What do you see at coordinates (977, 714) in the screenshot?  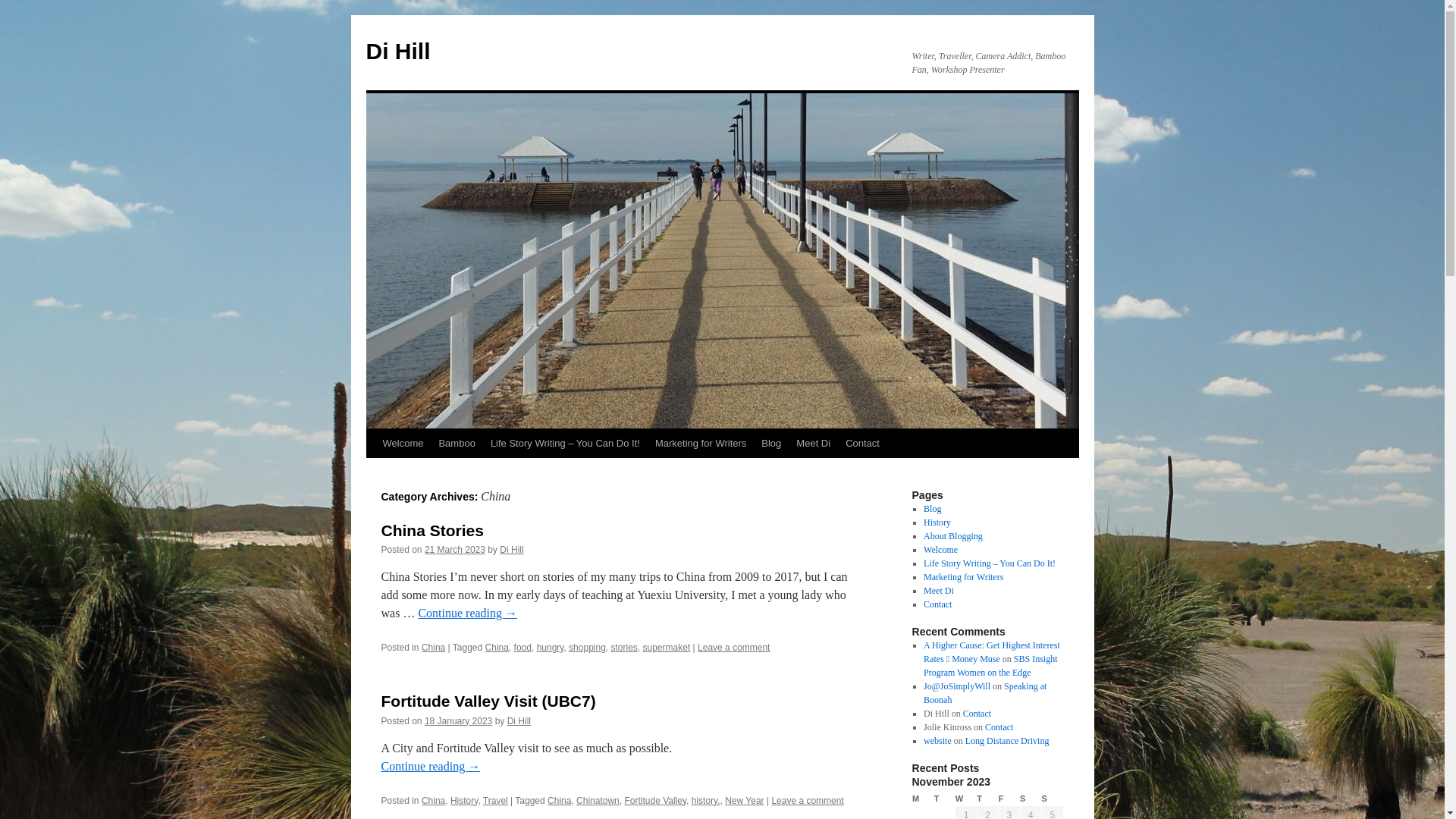 I see `'Contact'` at bounding box center [977, 714].